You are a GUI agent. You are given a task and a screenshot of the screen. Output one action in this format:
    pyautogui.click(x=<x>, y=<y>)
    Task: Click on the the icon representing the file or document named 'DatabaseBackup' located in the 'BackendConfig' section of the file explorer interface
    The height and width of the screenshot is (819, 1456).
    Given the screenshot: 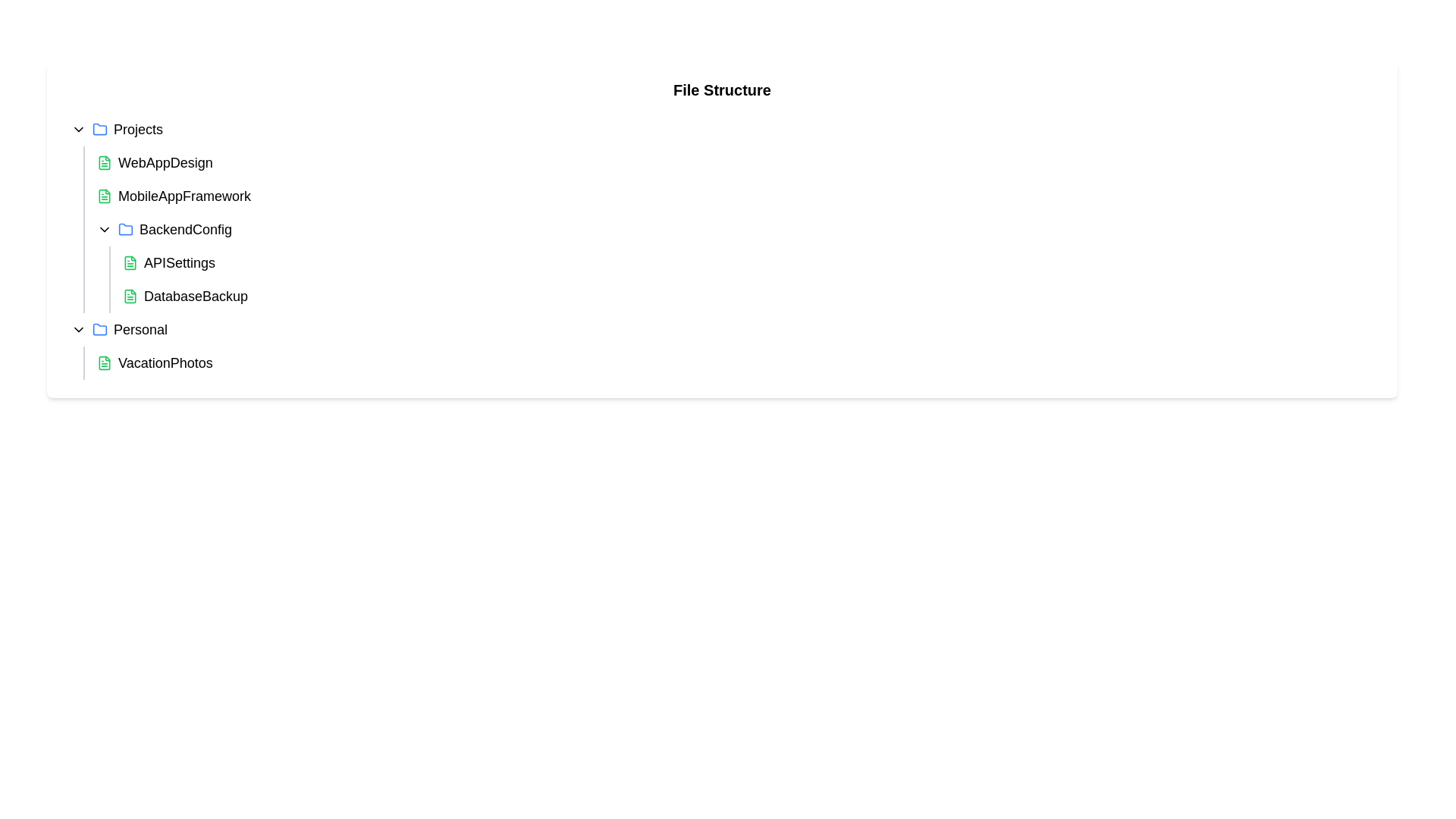 What is the action you would take?
    pyautogui.click(x=130, y=296)
    